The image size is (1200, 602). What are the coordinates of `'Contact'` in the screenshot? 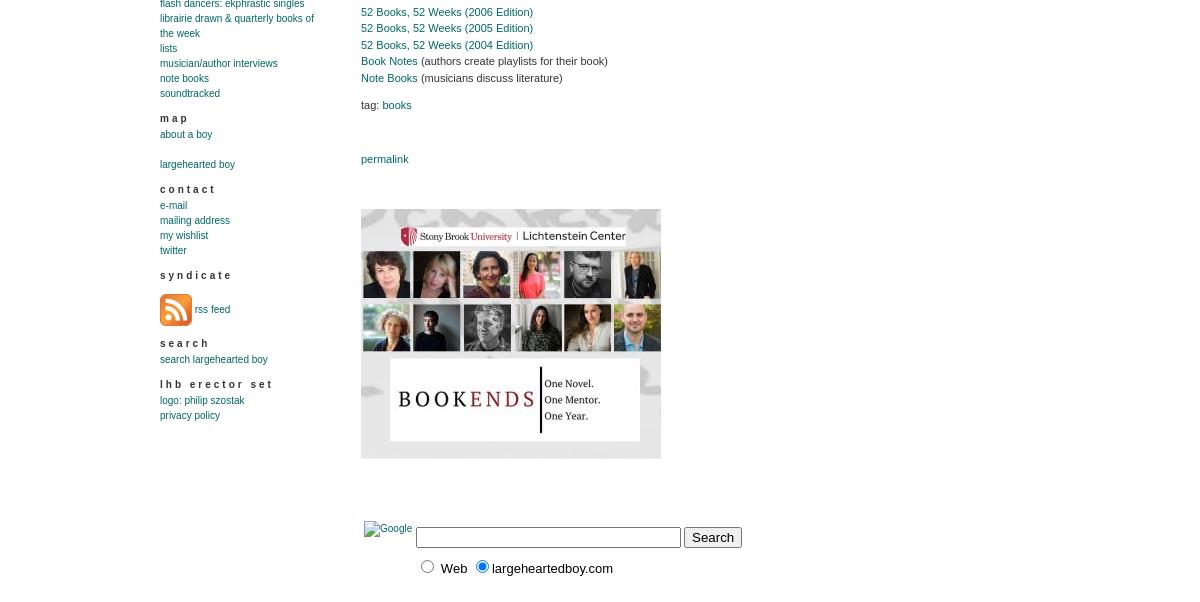 It's located at (158, 189).